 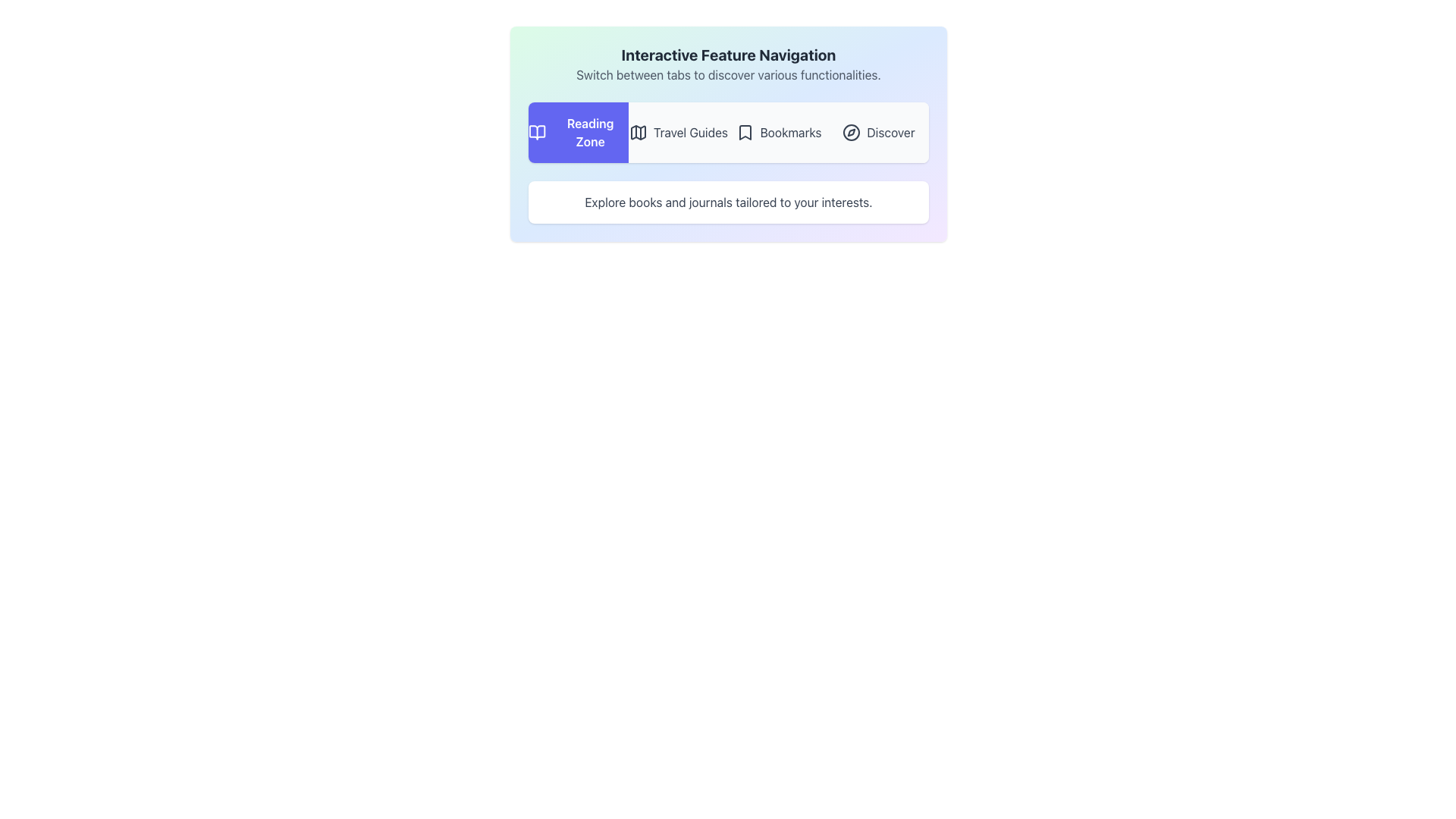 I want to click on the text label displaying 'Explore books and journals tailored to your interests.' which is styled in gray and located within a white rounded rectangle below the navigation tabs, so click(x=728, y=201).